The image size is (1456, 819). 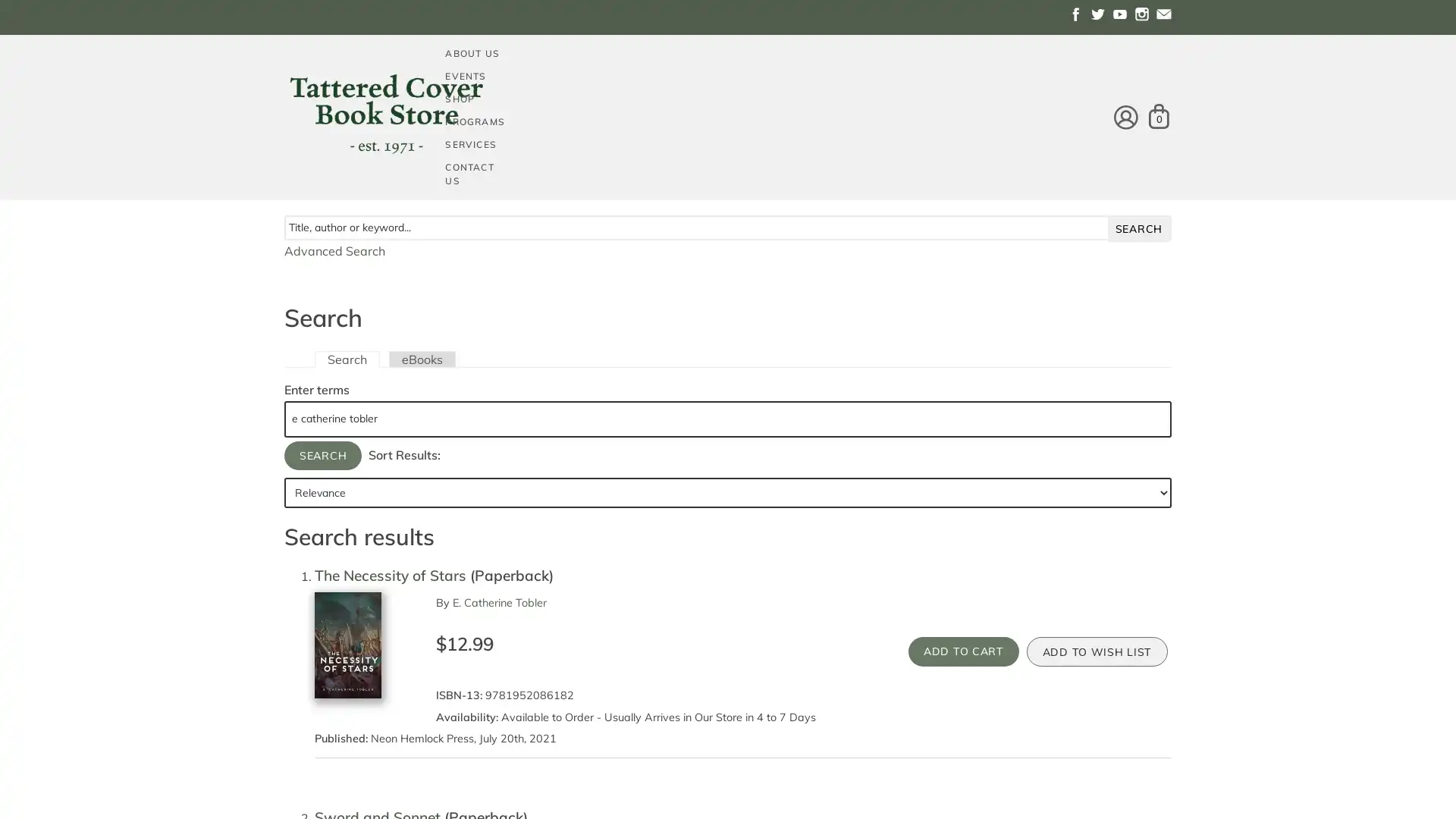 I want to click on Add to Cart, so click(x=962, y=651).